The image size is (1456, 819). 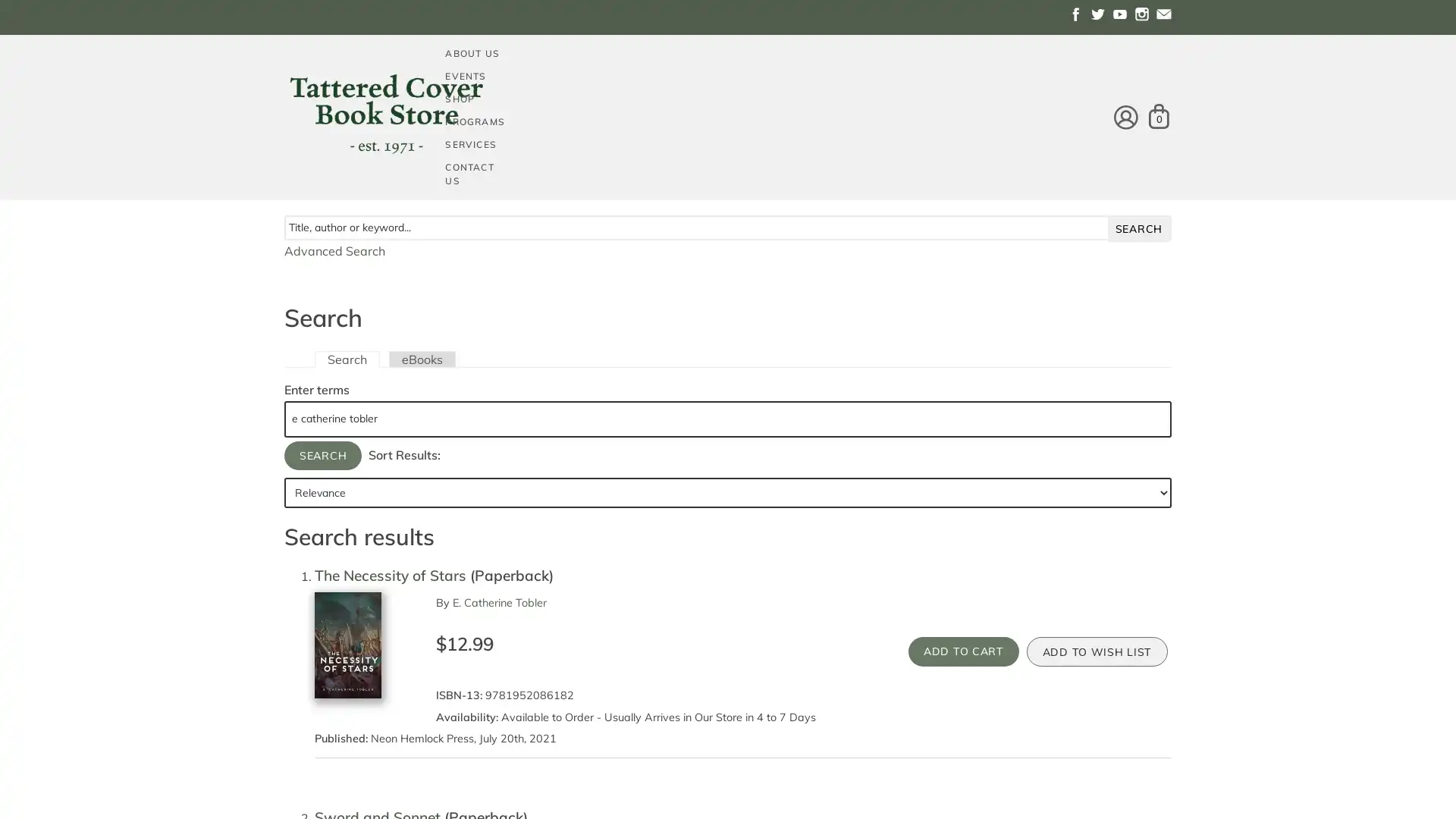 I want to click on Add to Cart, so click(x=962, y=651).